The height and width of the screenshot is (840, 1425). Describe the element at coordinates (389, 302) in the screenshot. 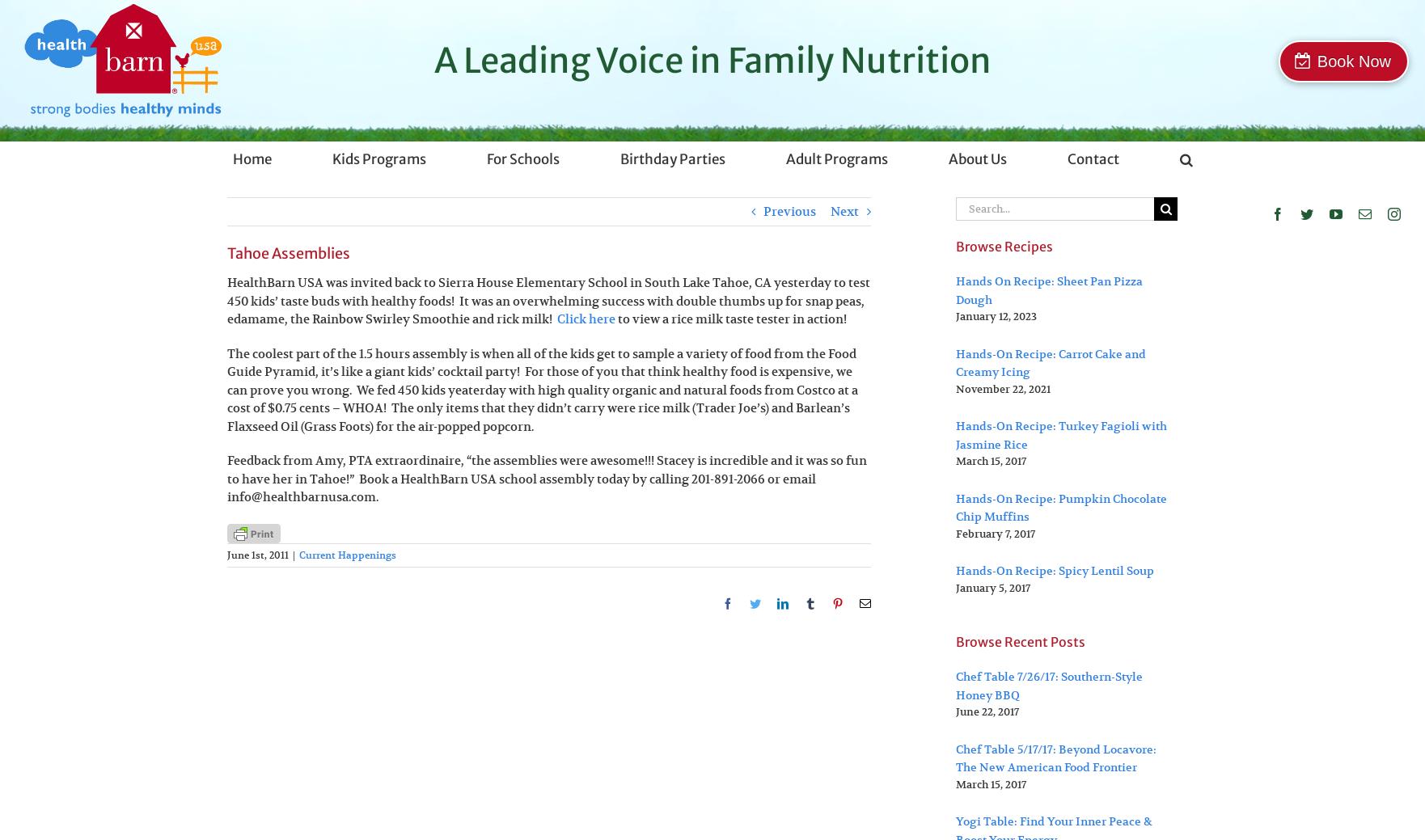

I see `'Sprouts, Age 5-7'` at that location.